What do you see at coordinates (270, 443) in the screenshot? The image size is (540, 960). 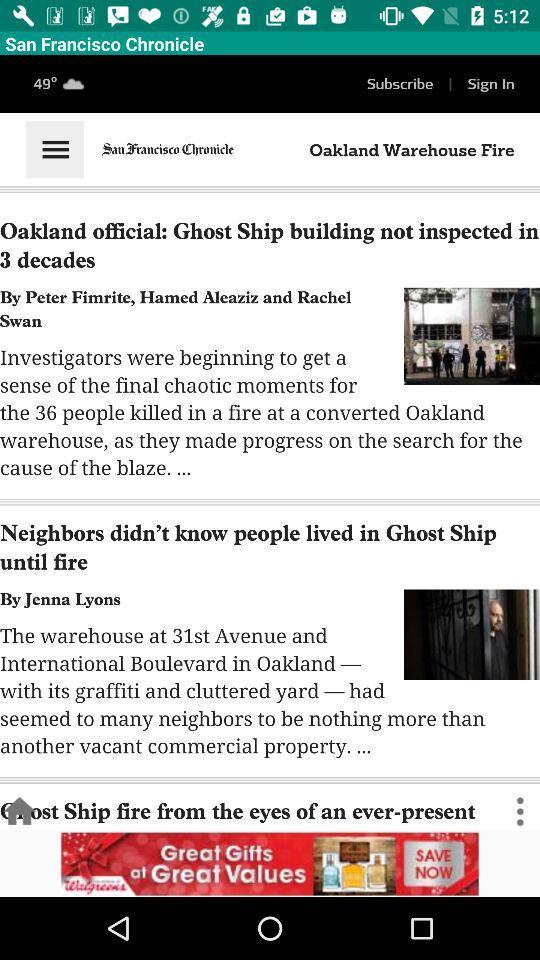 I see `read text` at bounding box center [270, 443].